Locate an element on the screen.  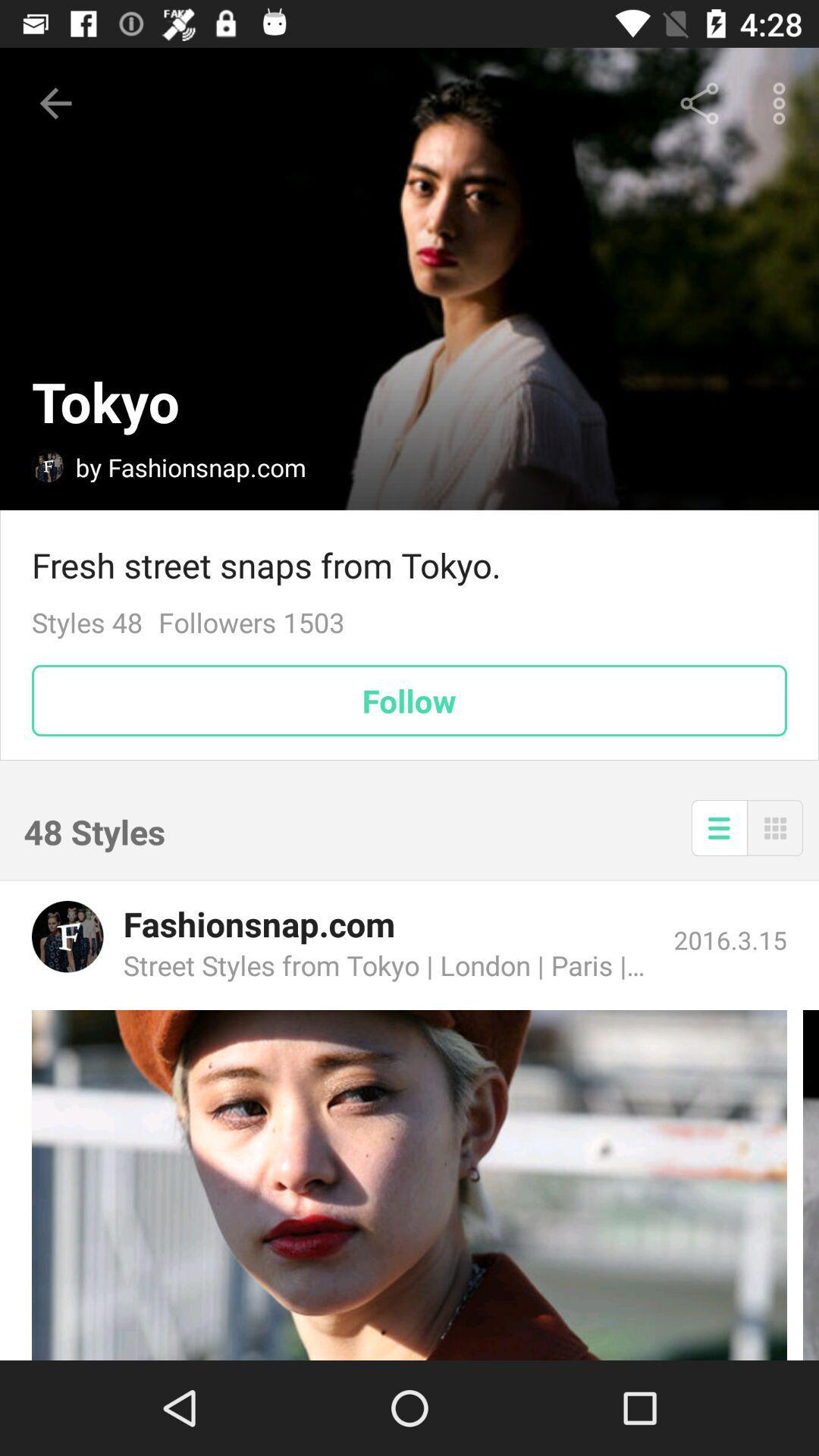
follow icon is located at coordinates (409, 700).